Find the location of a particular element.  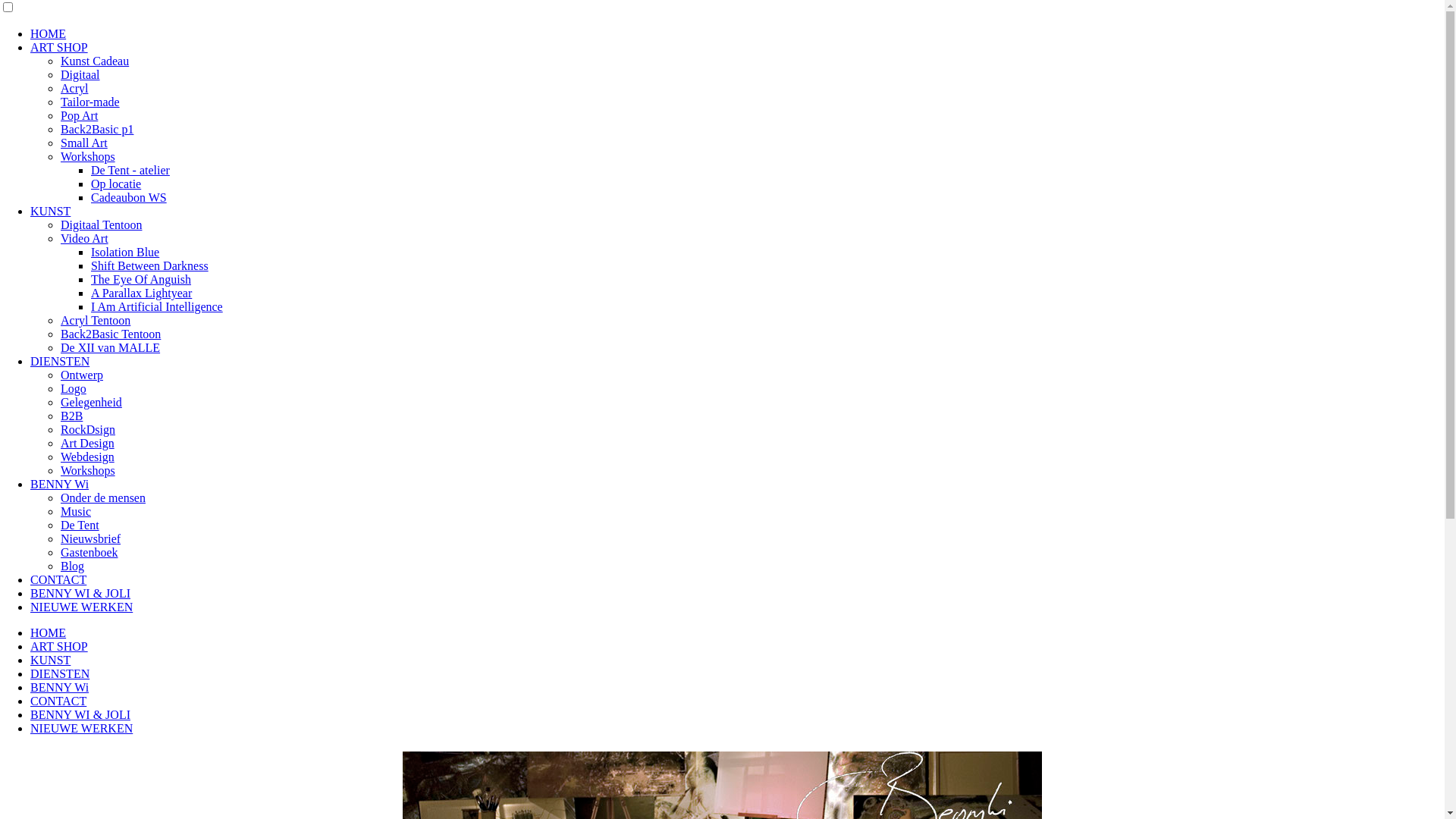

'Digitaal Tentoon' is located at coordinates (100, 224).